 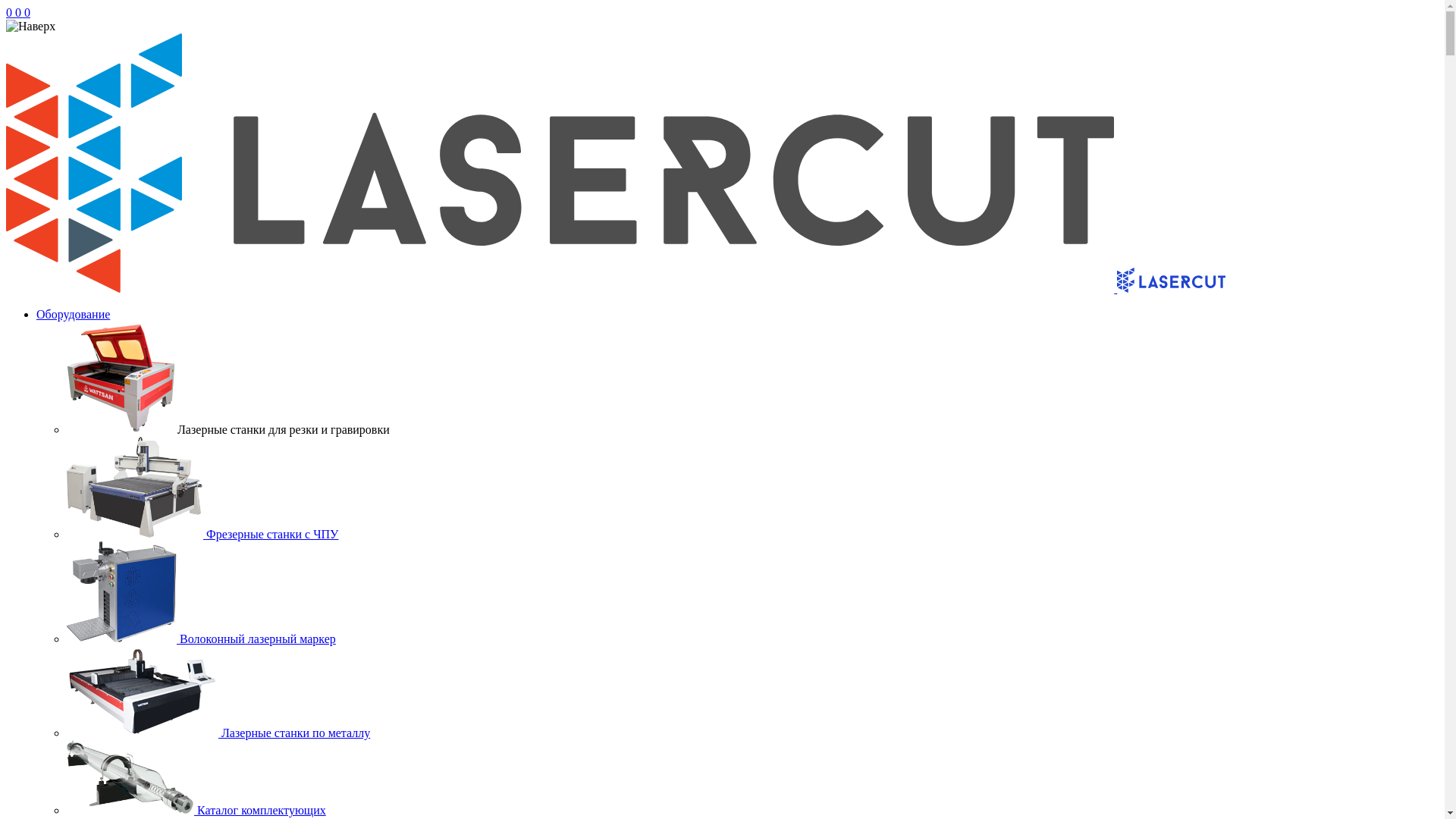 I want to click on '0', so click(x=14, y=12).